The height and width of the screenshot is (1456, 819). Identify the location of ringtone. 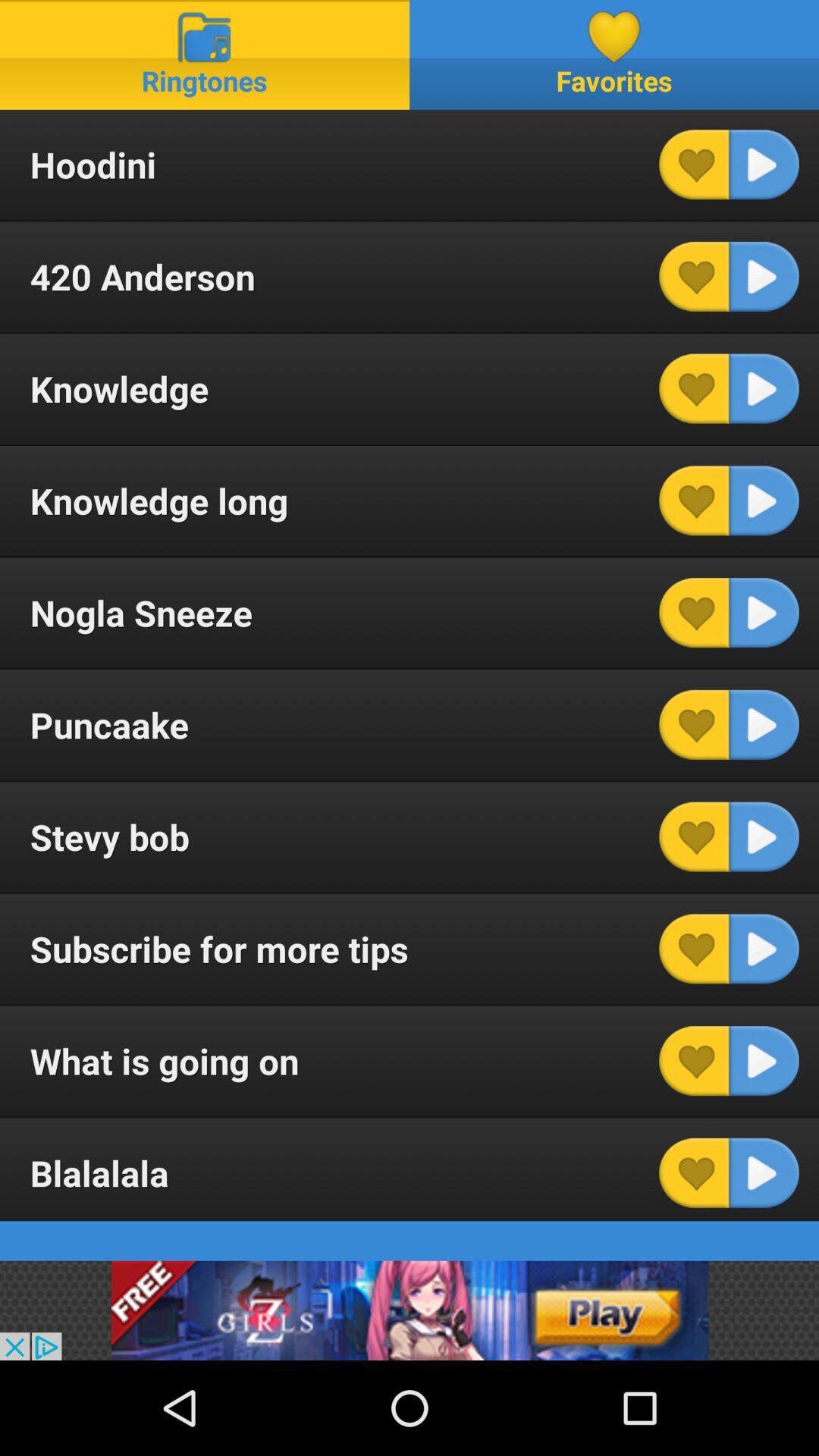
(764, 613).